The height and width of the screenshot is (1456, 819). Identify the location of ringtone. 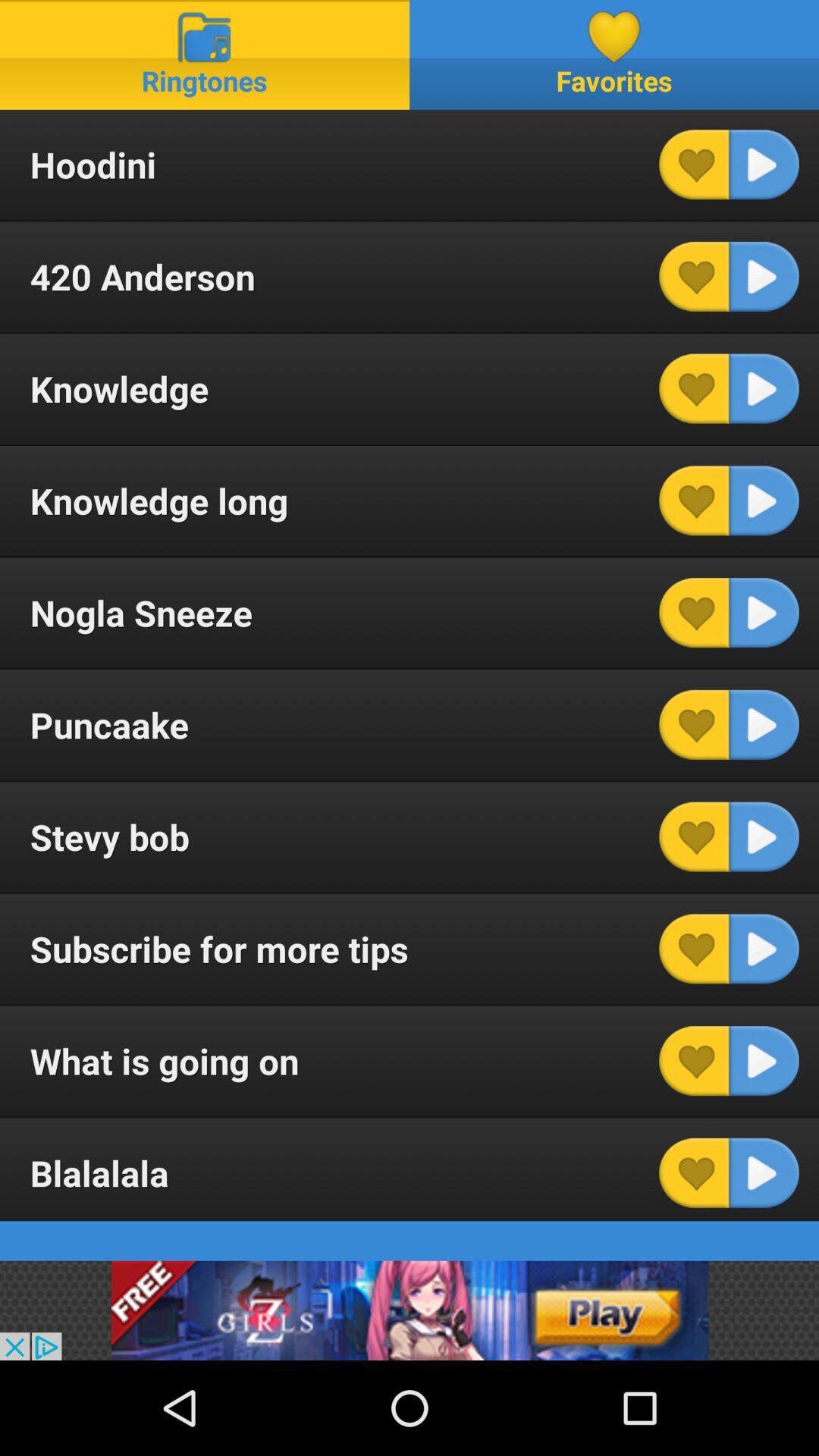
(764, 613).